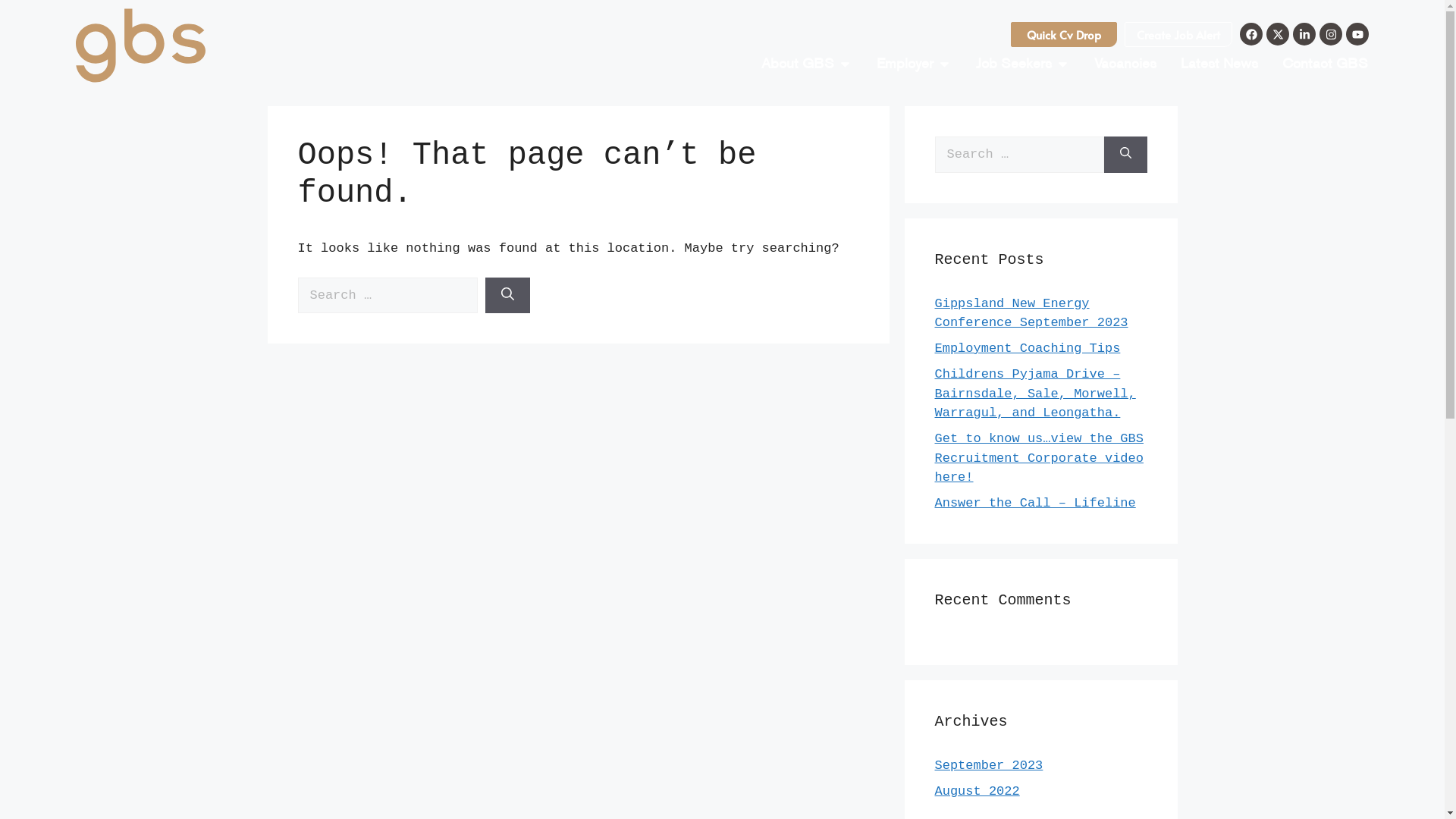  Describe the element at coordinates (1324, 63) in the screenshot. I see `'Contact GBS'` at that location.